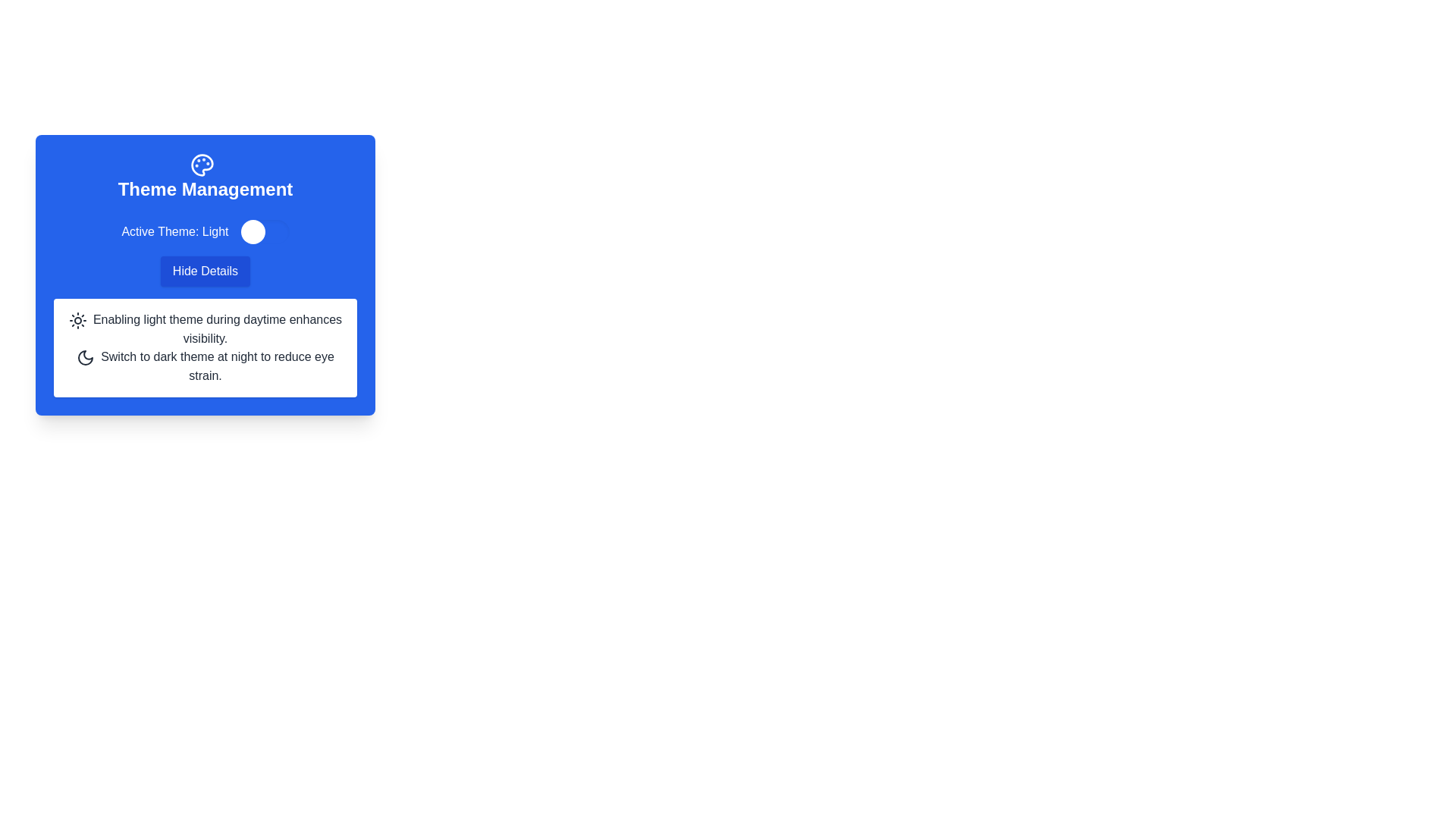 This screenshot has width=1456, height=819. Describe the element at coordinates (85, 357) in the screenshot. I see `the moon icon that represents the dark theme option, located` at that location.